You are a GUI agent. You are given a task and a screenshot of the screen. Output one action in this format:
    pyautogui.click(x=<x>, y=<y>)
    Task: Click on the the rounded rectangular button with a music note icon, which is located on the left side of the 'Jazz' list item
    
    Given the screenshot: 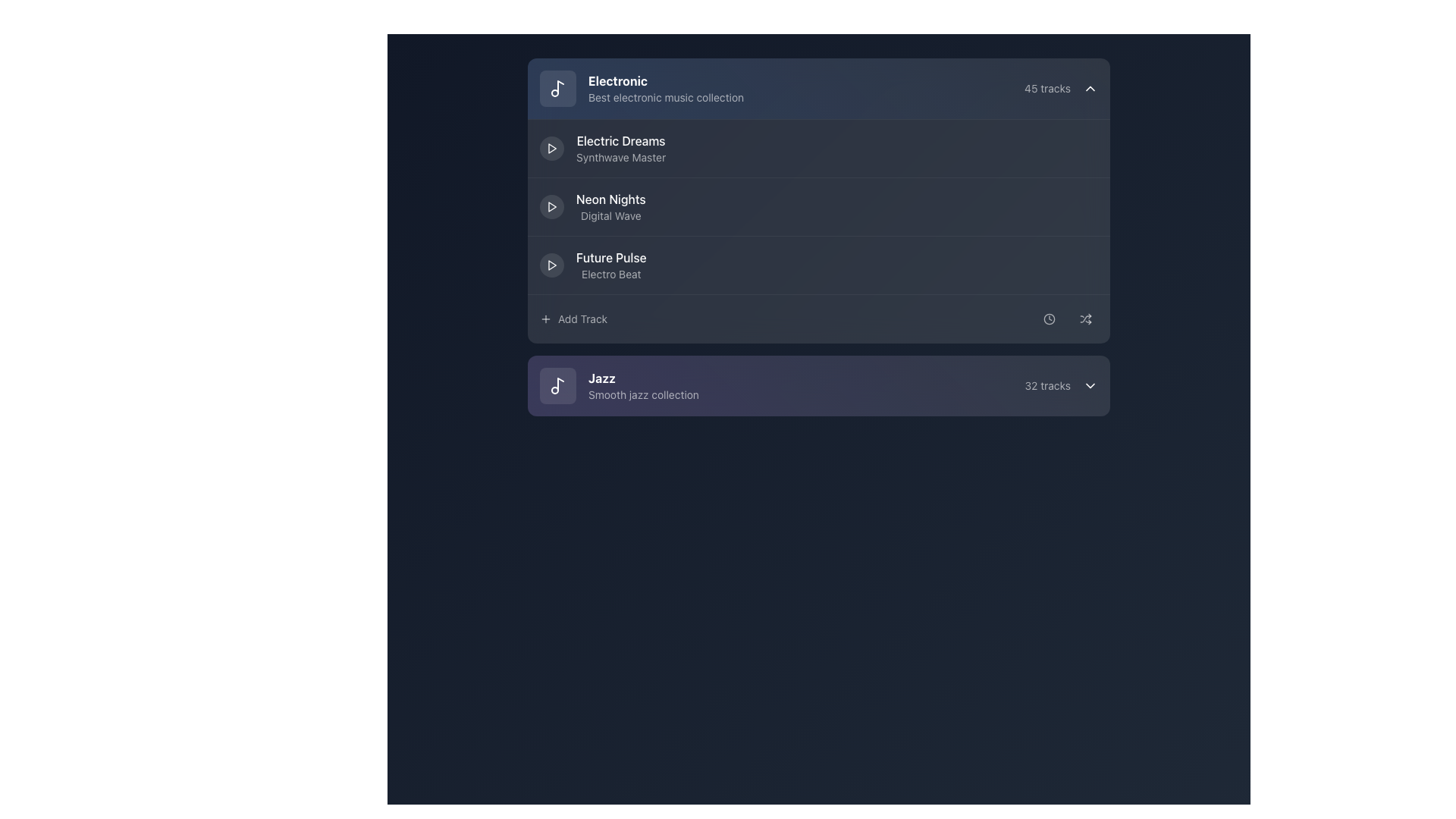 What is the action you would take?
    pyautogui.click(x=557, y=385)
    